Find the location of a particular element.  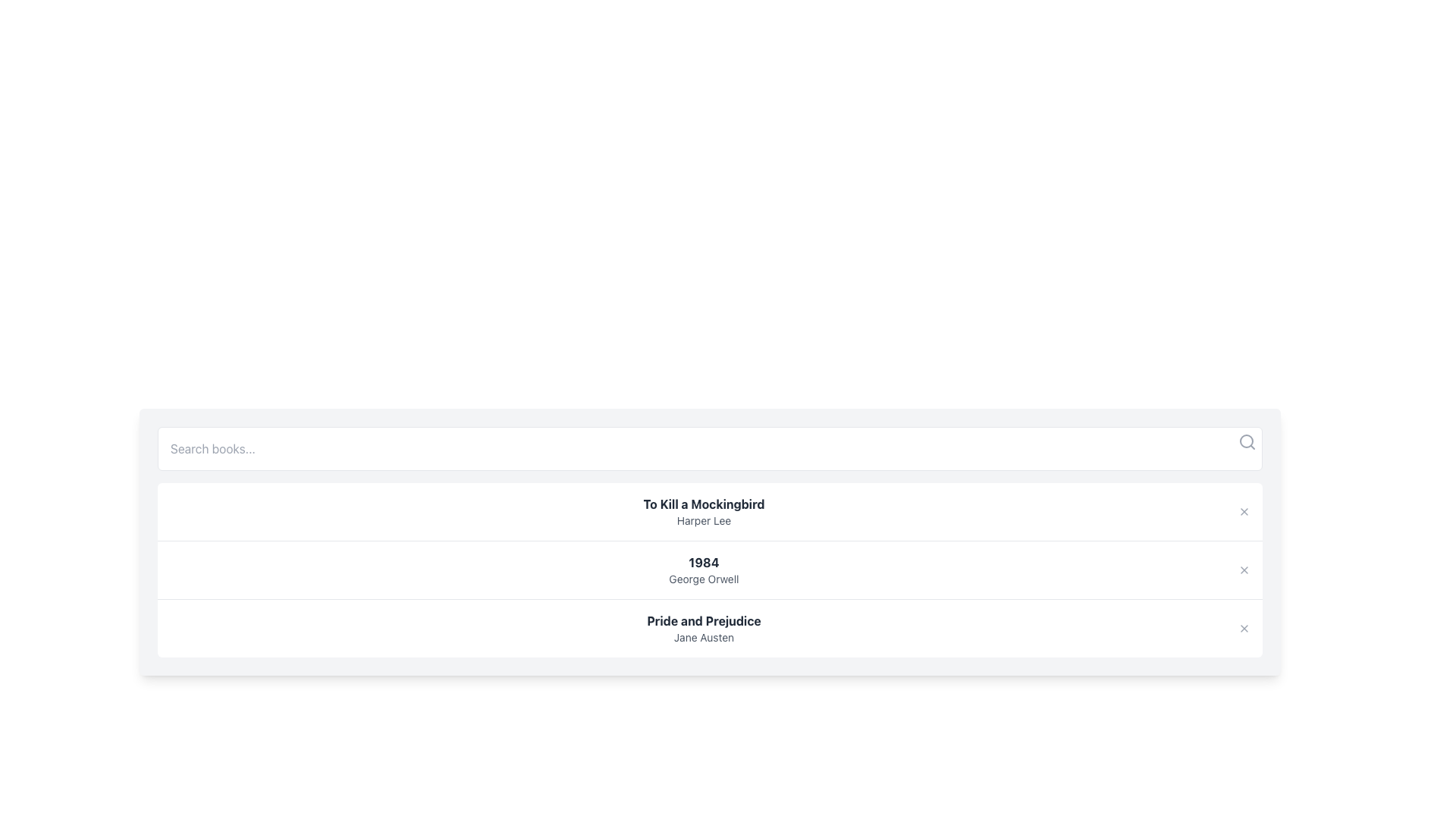

the first List Item representing the book 'To Kill a Mockingbird' by Harper Lee is located at coordinates (709, 512).